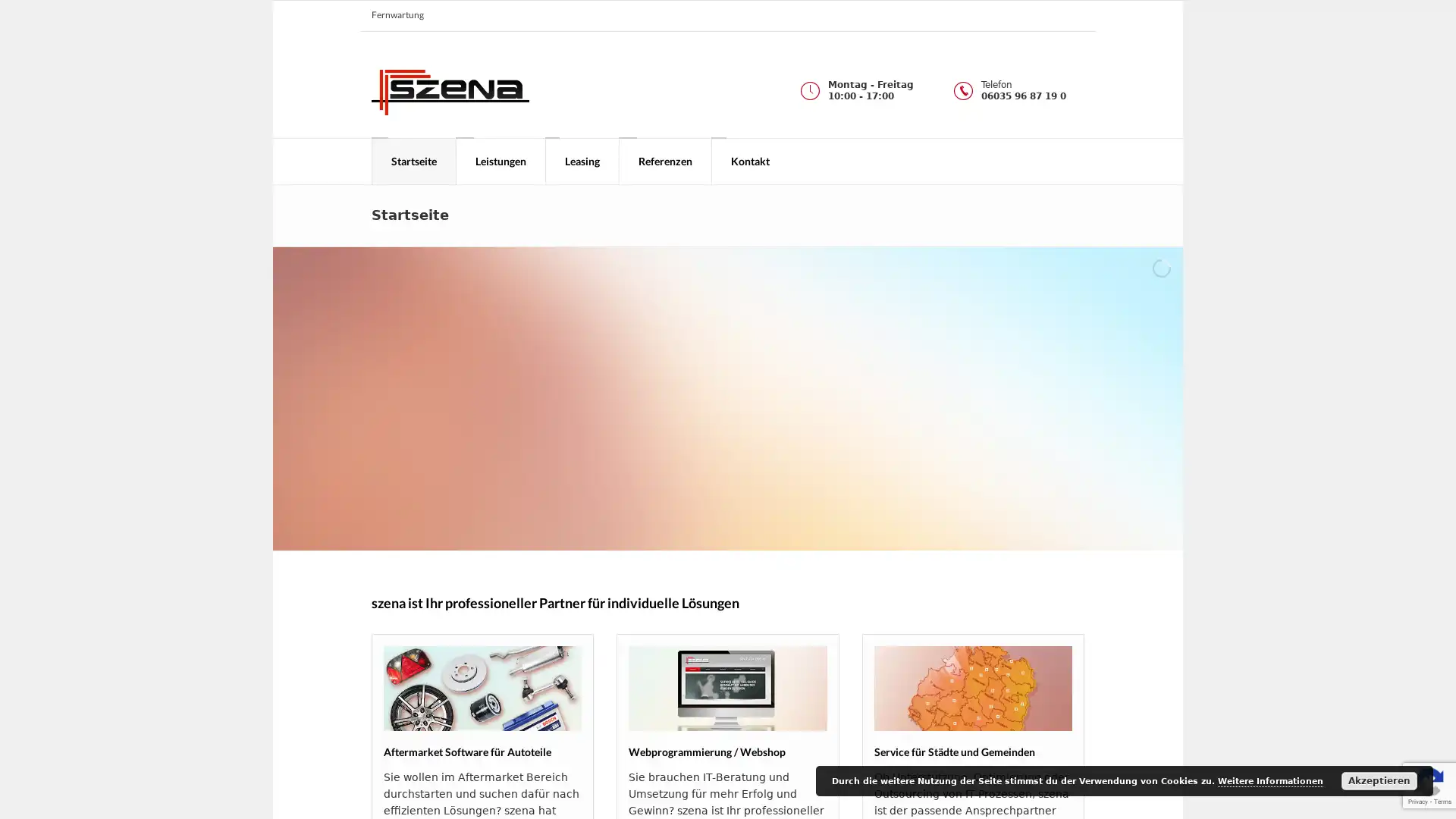  Describe the element at coordinates (1379, 780) in the screenshot. I see `Akzeptieren` at that location.